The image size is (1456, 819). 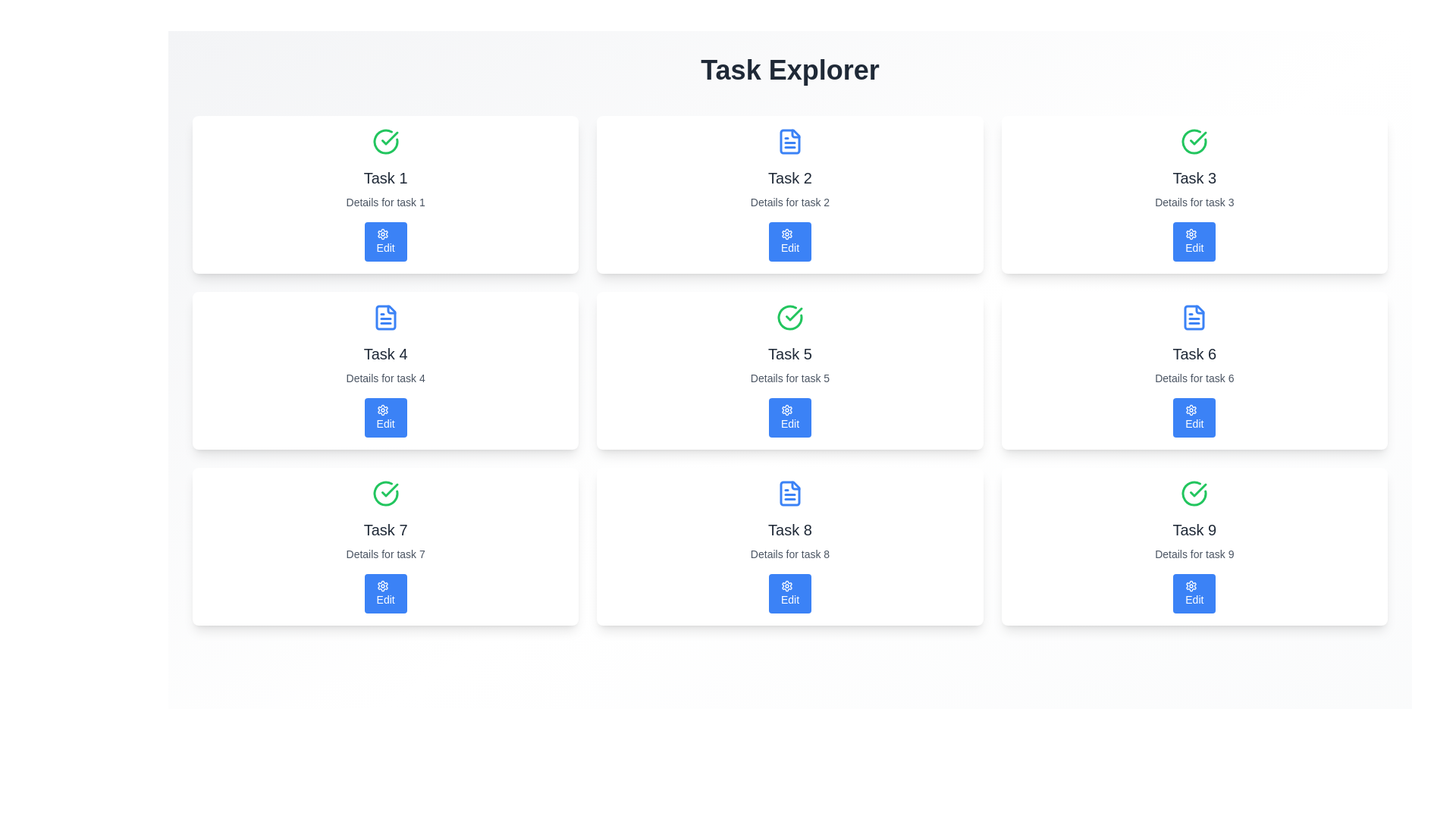 I want to click on the text label representing 'Task 2', located at the top center of the card beneath the blue file icon, so click(x=789, y=177).